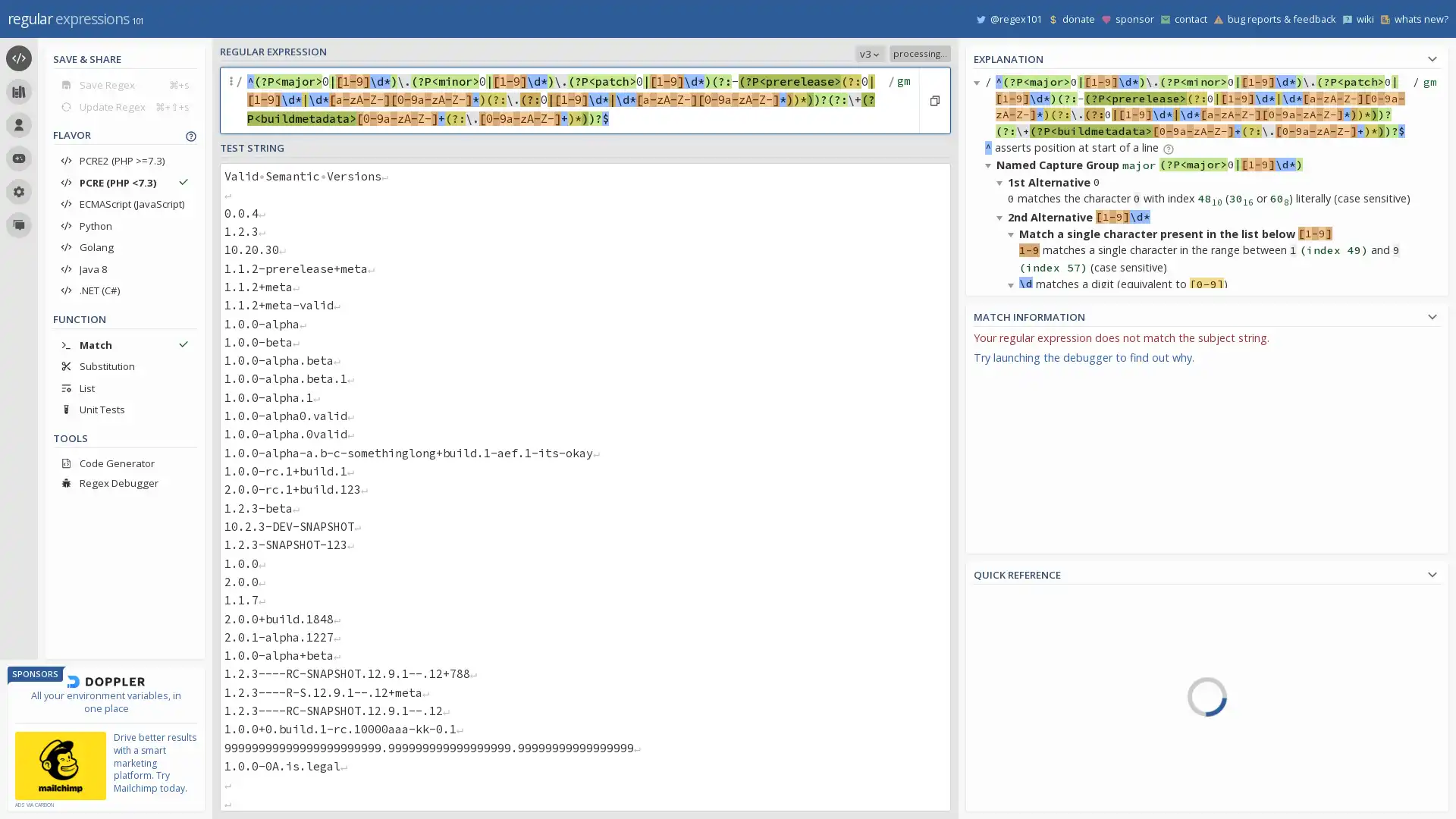 The height and width of the screenshot is (819, 1456). What do you see at coordinates (1044, 736) in the screenshot?
I see `Quantifiers` at bounding box center [1044, 736].